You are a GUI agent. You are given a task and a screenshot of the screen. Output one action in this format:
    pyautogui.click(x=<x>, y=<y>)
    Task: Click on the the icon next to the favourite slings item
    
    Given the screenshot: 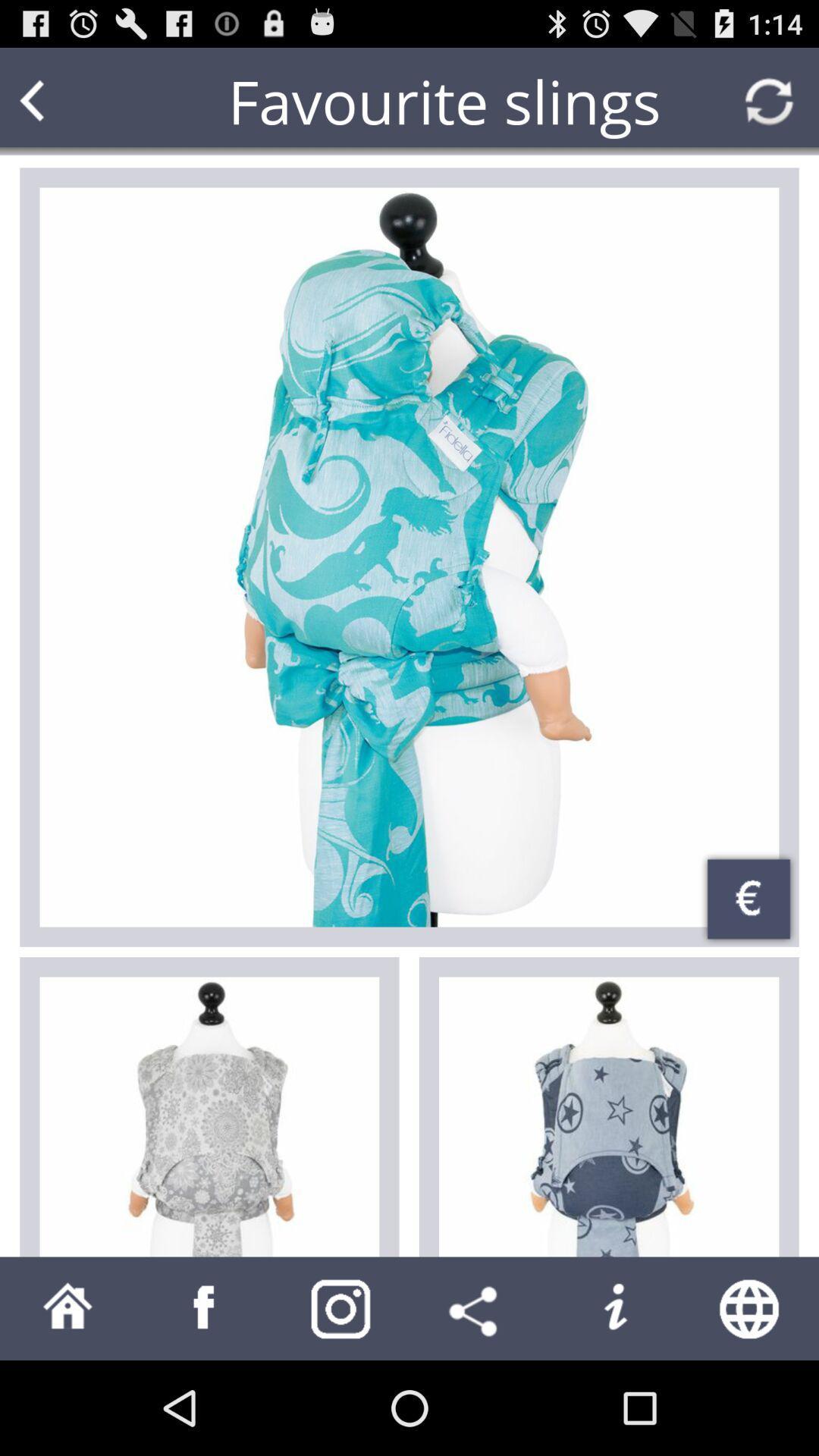 What is the action you would take?
    pyautogui.click(x=61, y=100)
    